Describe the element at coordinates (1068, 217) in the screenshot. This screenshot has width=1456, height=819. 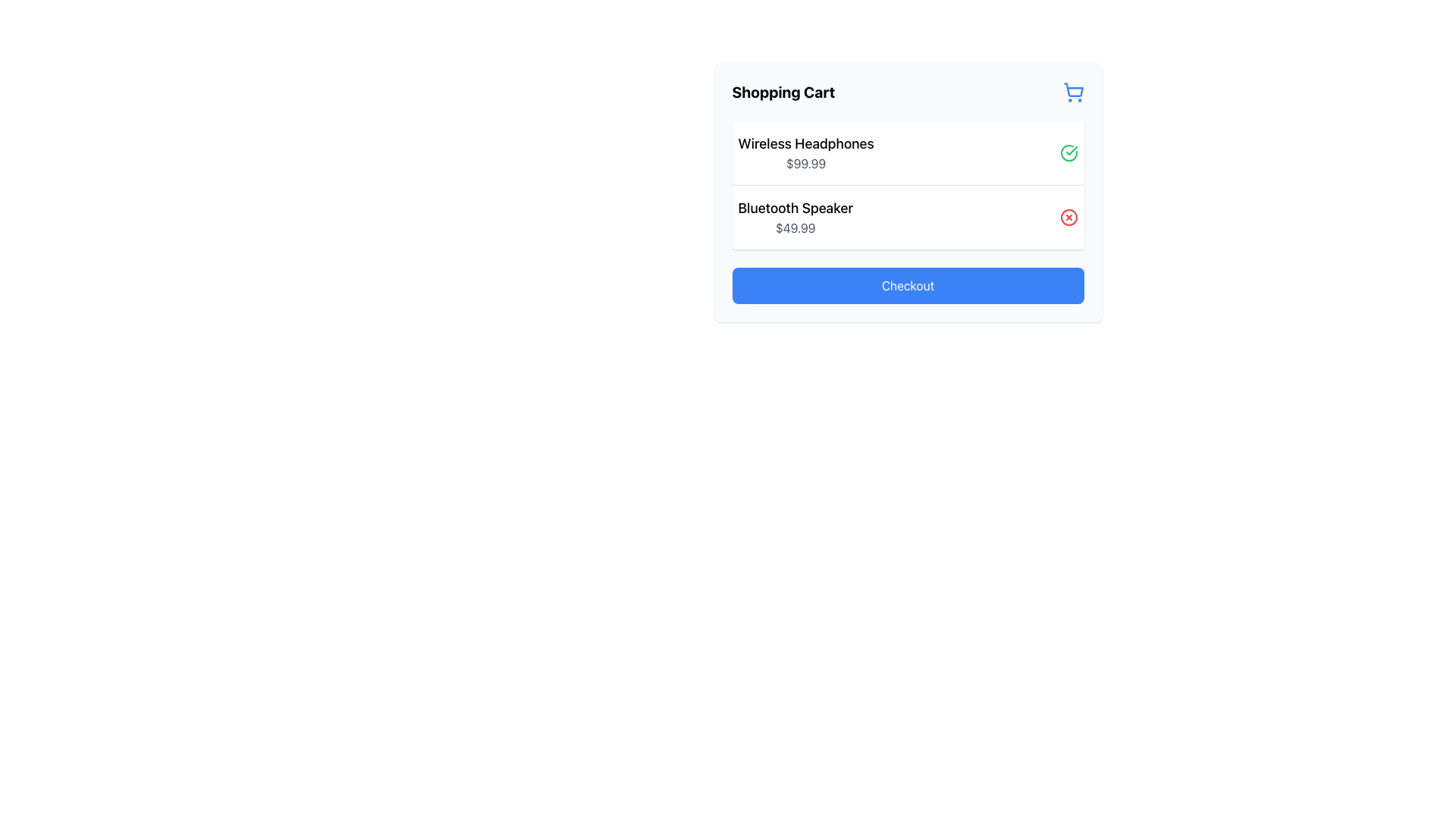
I see `the circular button icon associated with the 'Bluetooth Speaker' item in the shopping cart` at that location.